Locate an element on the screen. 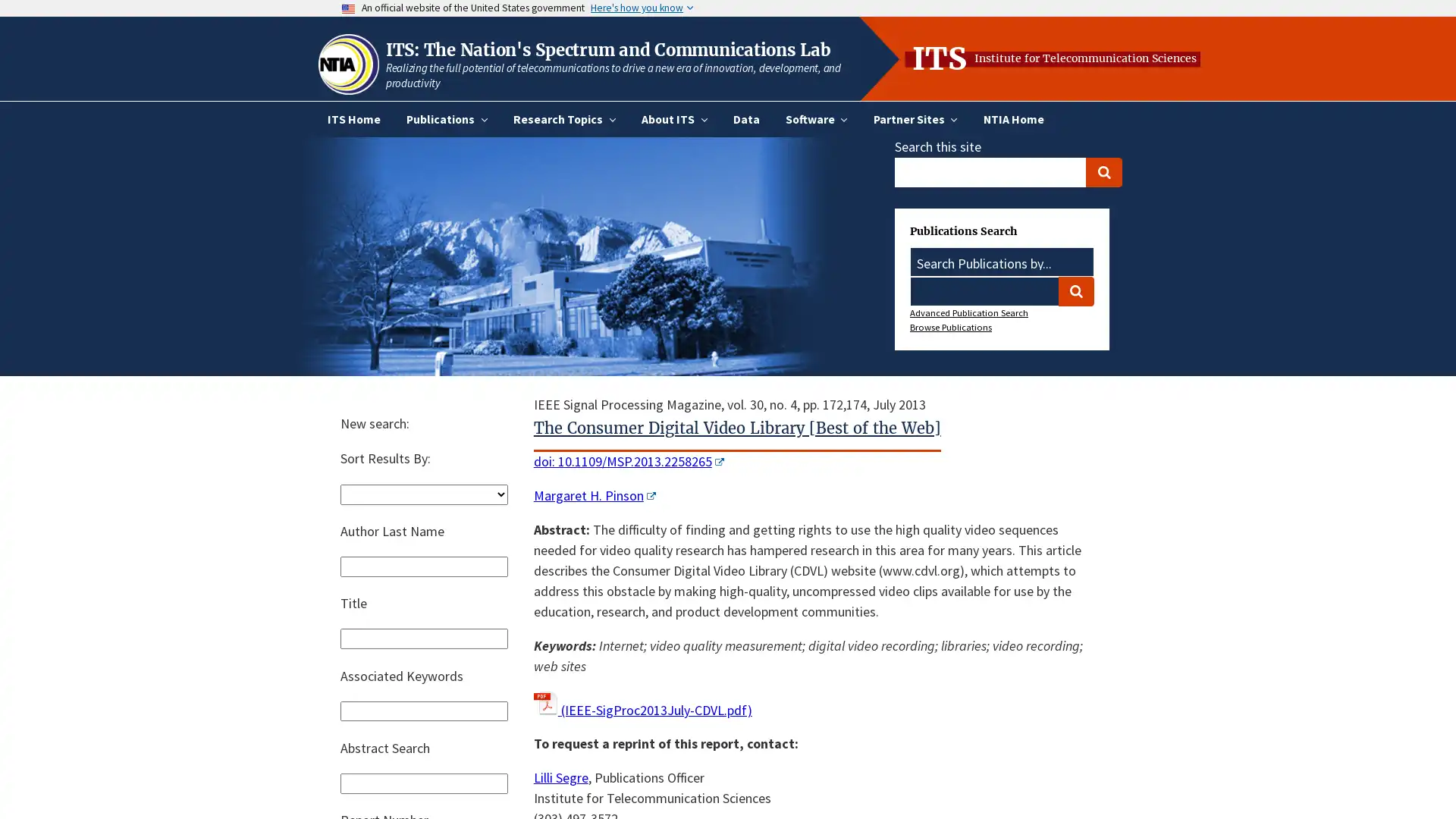 The height and width of the screenshot is (819, 1456). About ITS is located at coordinates (673, 118).